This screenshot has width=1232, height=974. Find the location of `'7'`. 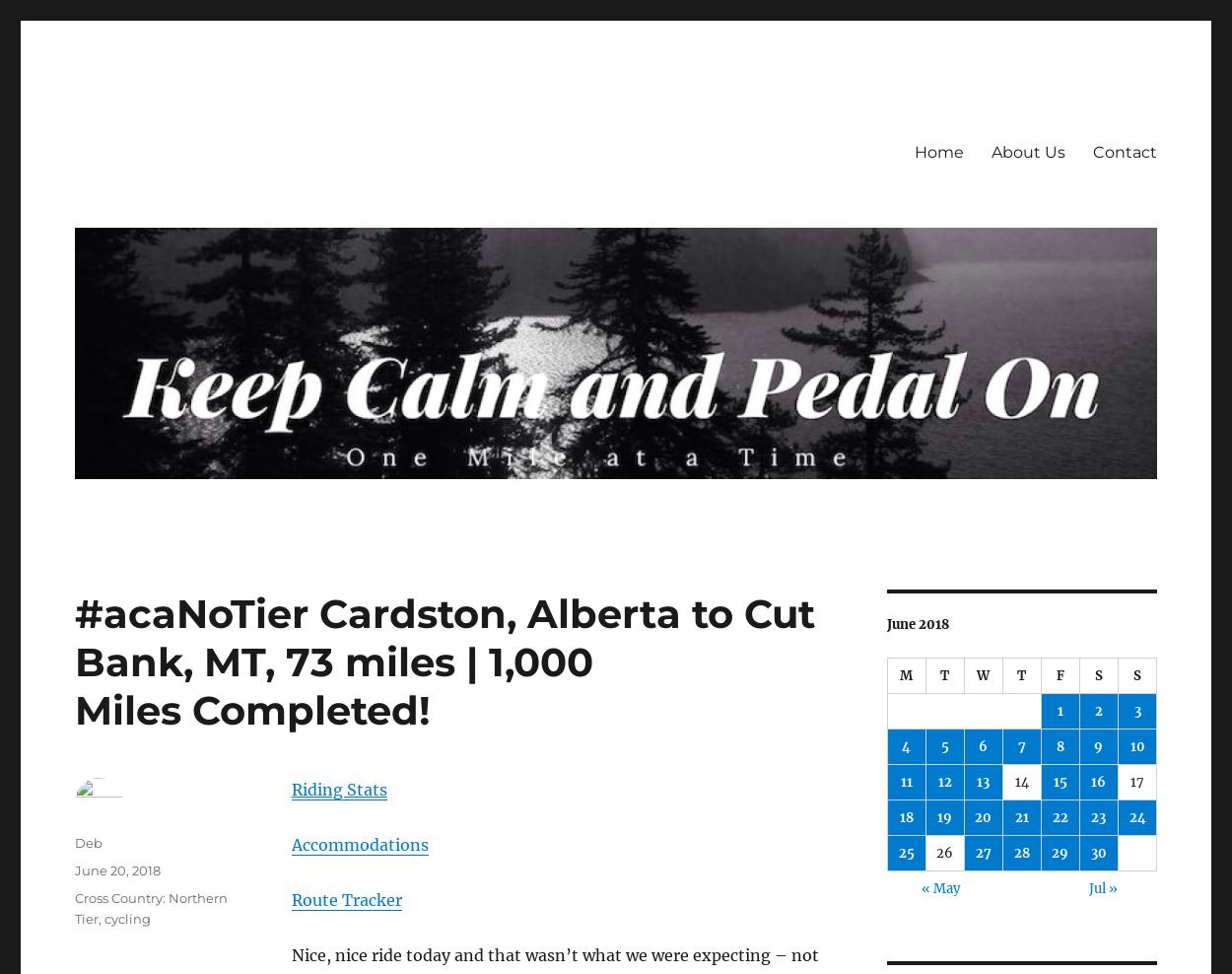

'7' is located at coordinates (1017, 745).